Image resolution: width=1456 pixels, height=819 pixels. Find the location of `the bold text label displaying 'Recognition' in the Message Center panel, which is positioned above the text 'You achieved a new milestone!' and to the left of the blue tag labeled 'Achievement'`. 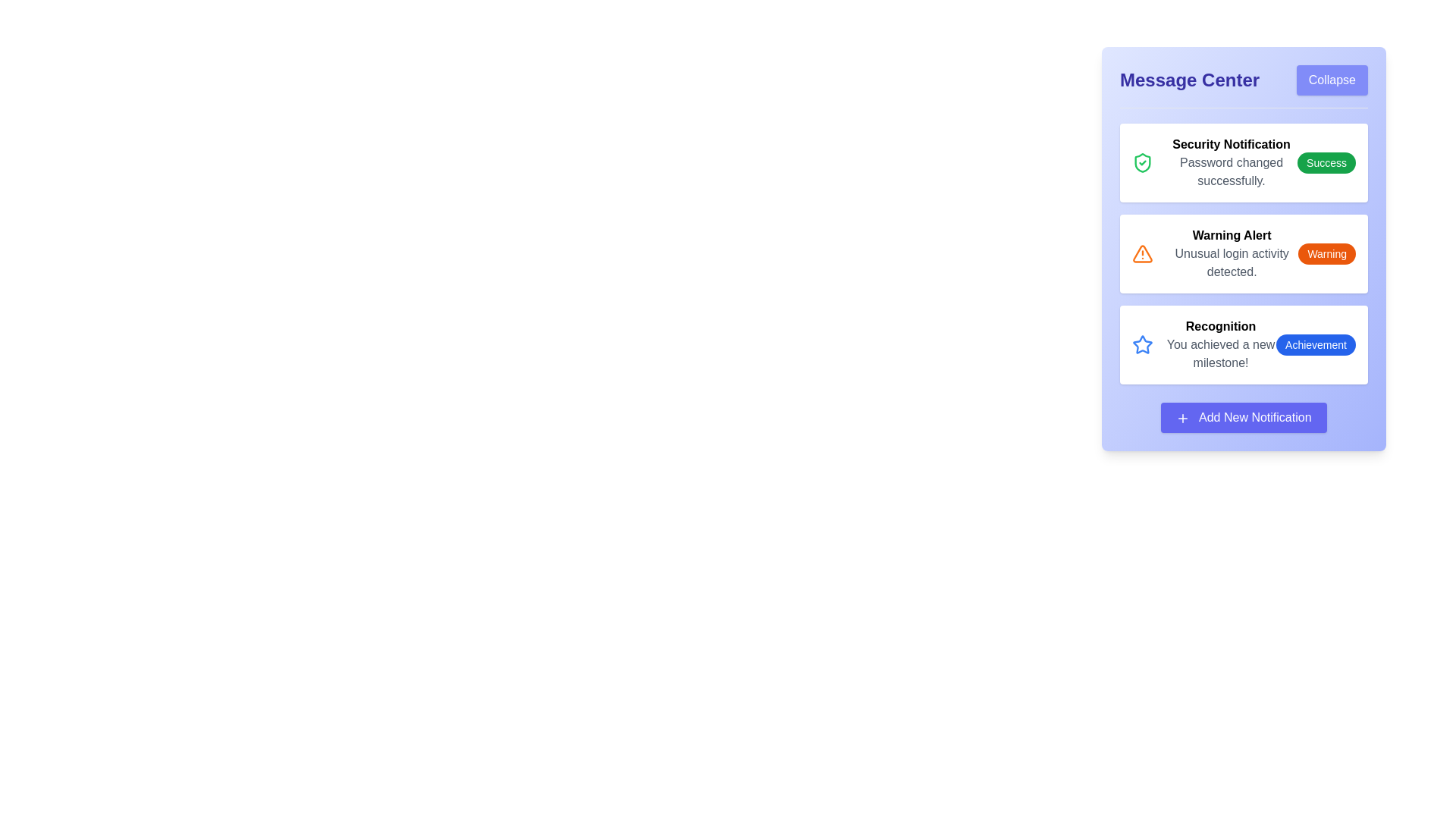

the bold text label displaying 'Recognition' in the Message Center panel, which is positioned above the text 'You achieved a new milestone!' and to the left of the blue tag labeled 'Achievement' is located at coordinates (1221, 326).